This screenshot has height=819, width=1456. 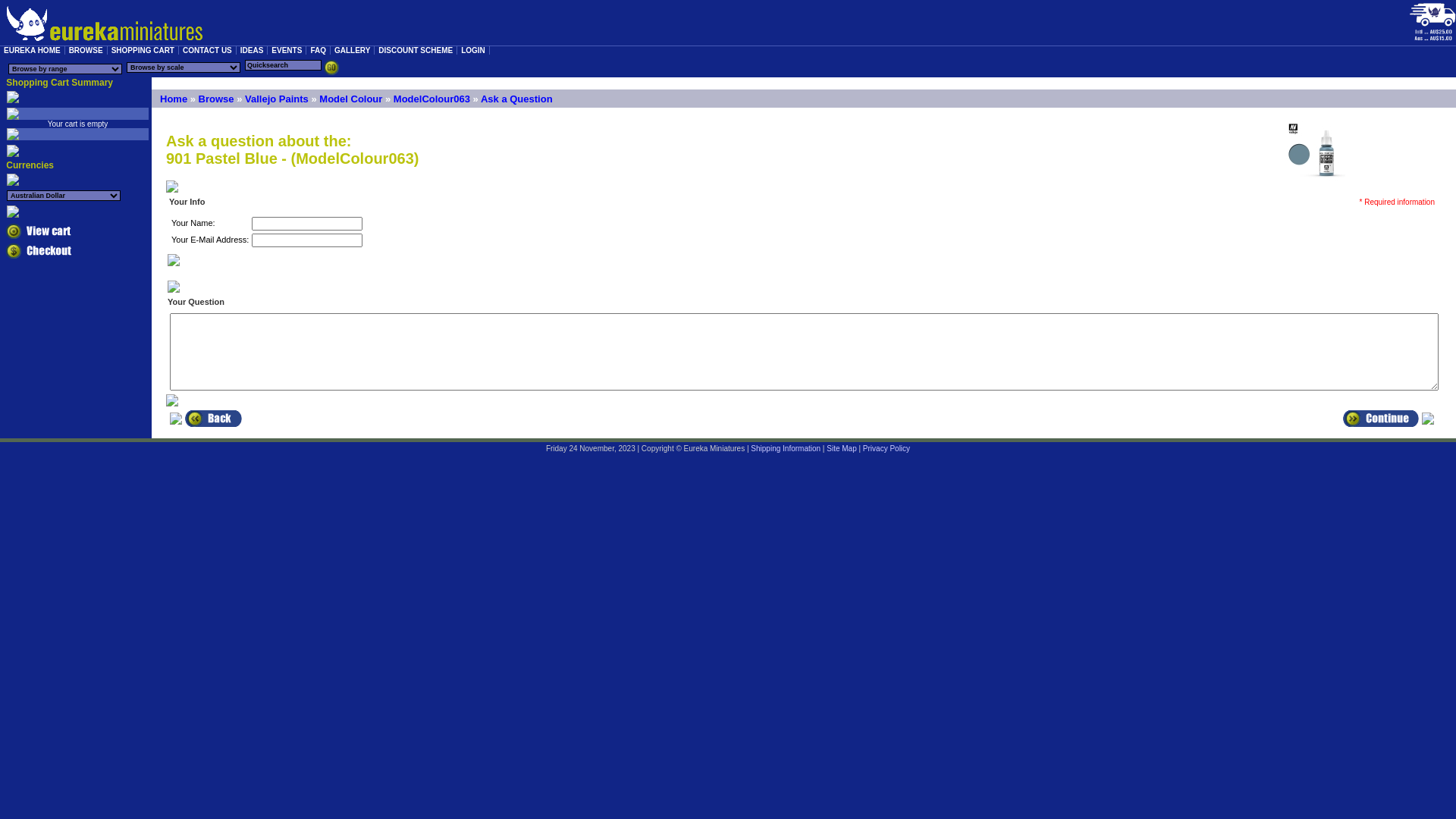 What do you see at coordinates (184, 418) in the screenshot?
I see `' Back '` at bounding box center [184, 418].